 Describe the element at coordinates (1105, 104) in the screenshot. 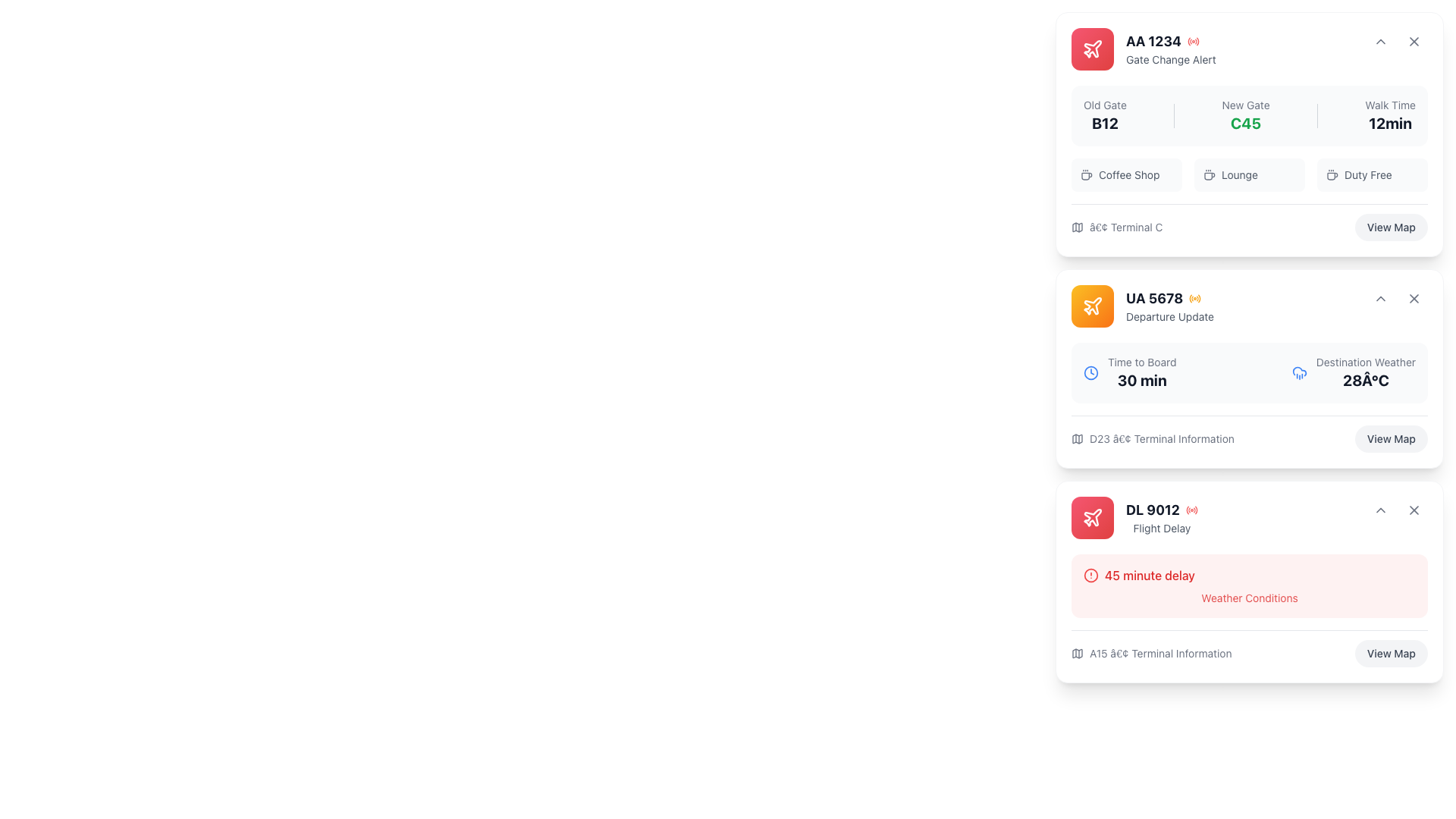

I see `the static text label displaying 'Old Gate' located at the top right section of the flight card for 'AA 1234', which is styled in medium-light gray on a white background and positioned above the 'B12' text` at that location.